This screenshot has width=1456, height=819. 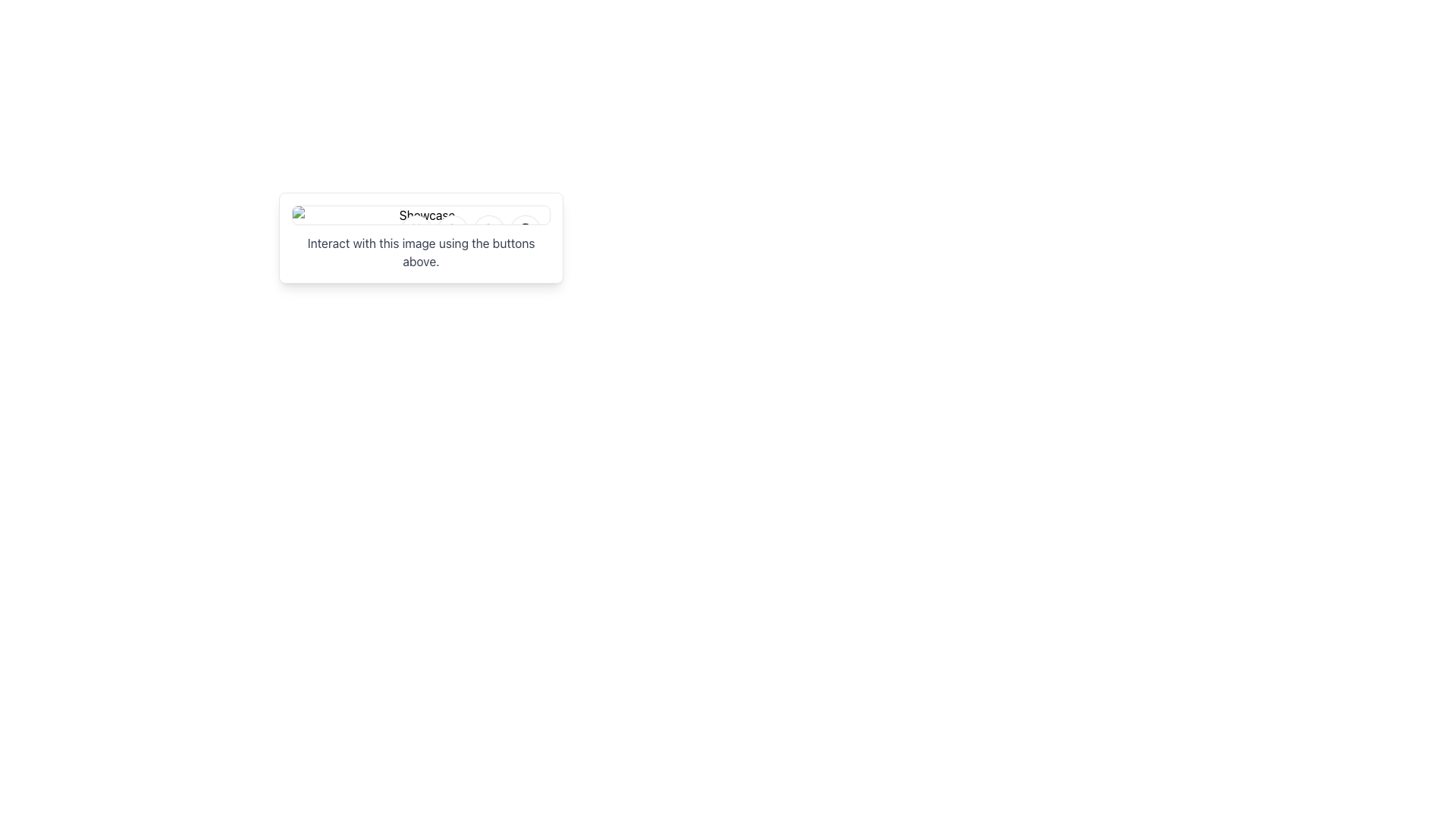 I want to click on the button group located in the upper-right corner of the enclosing box, so click(x=469, y=231).